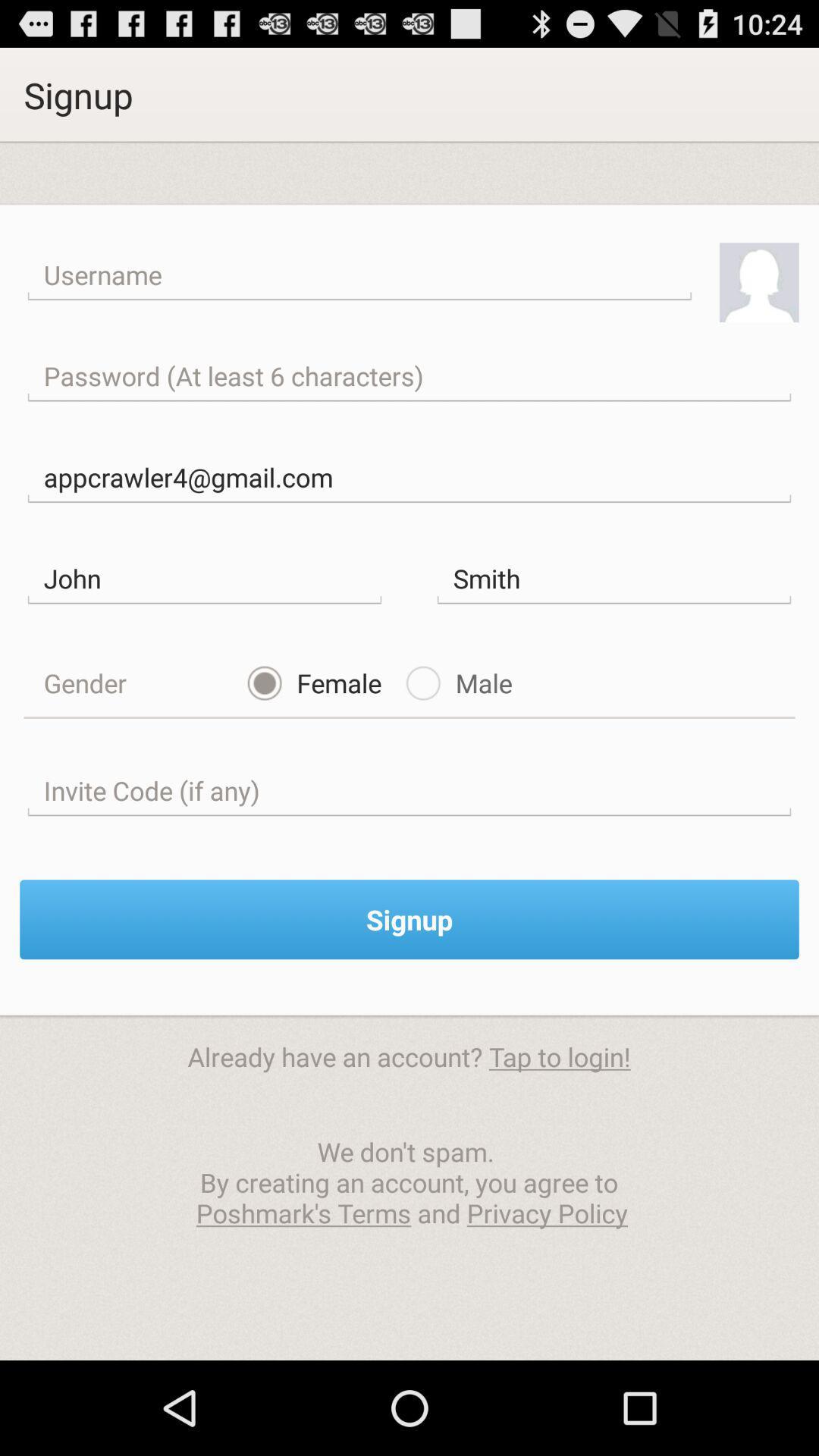  Describe the element at coordinates (359, 275) in the screenshot. I see `your username here` at that location.